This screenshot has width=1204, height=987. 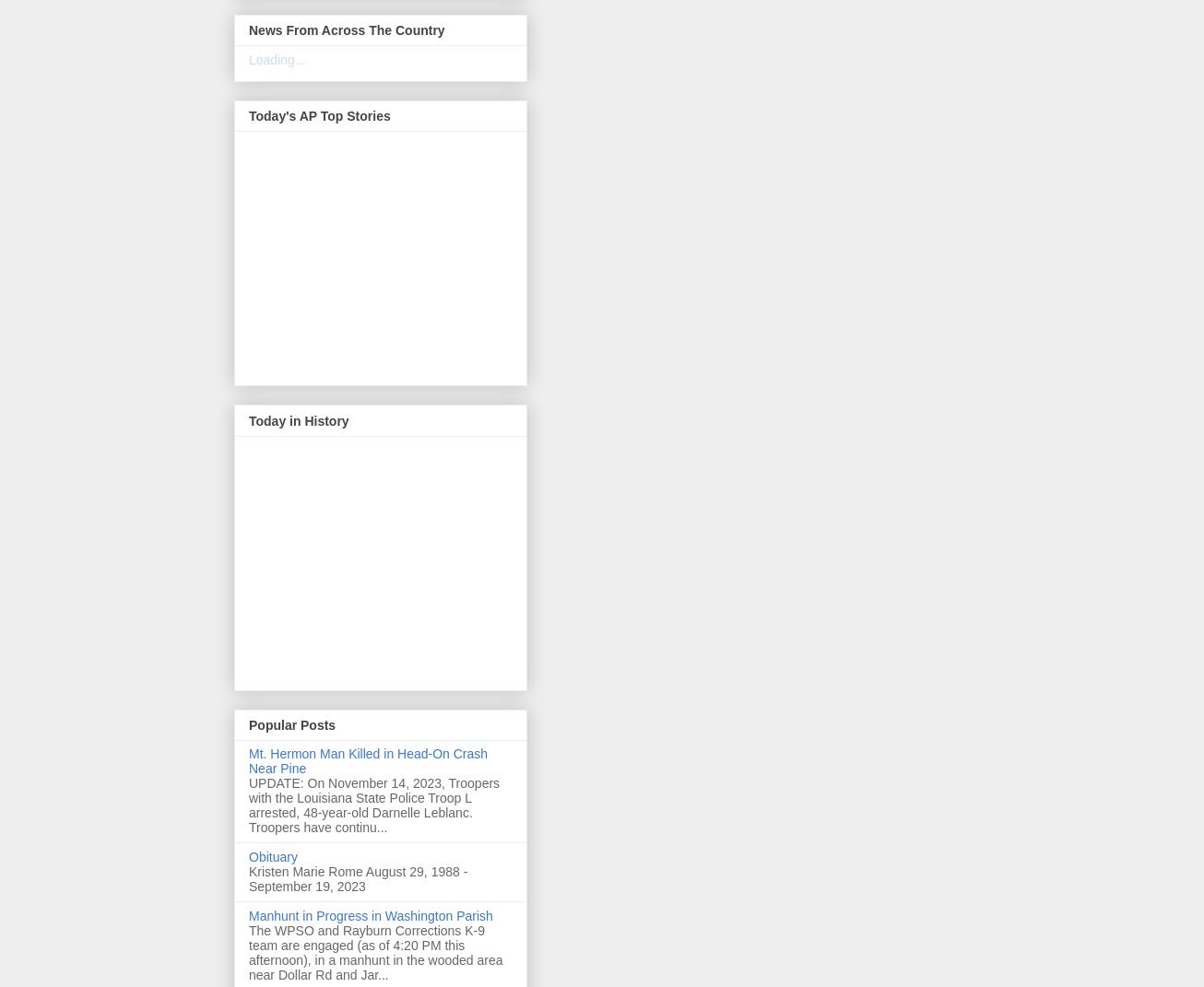 What do you see at coordinates (368, 759) in the screenshot?
I see `'Mt. Hermon Man Killed in Head-On Crash Near Pine'` at bounding box center [368, 759].